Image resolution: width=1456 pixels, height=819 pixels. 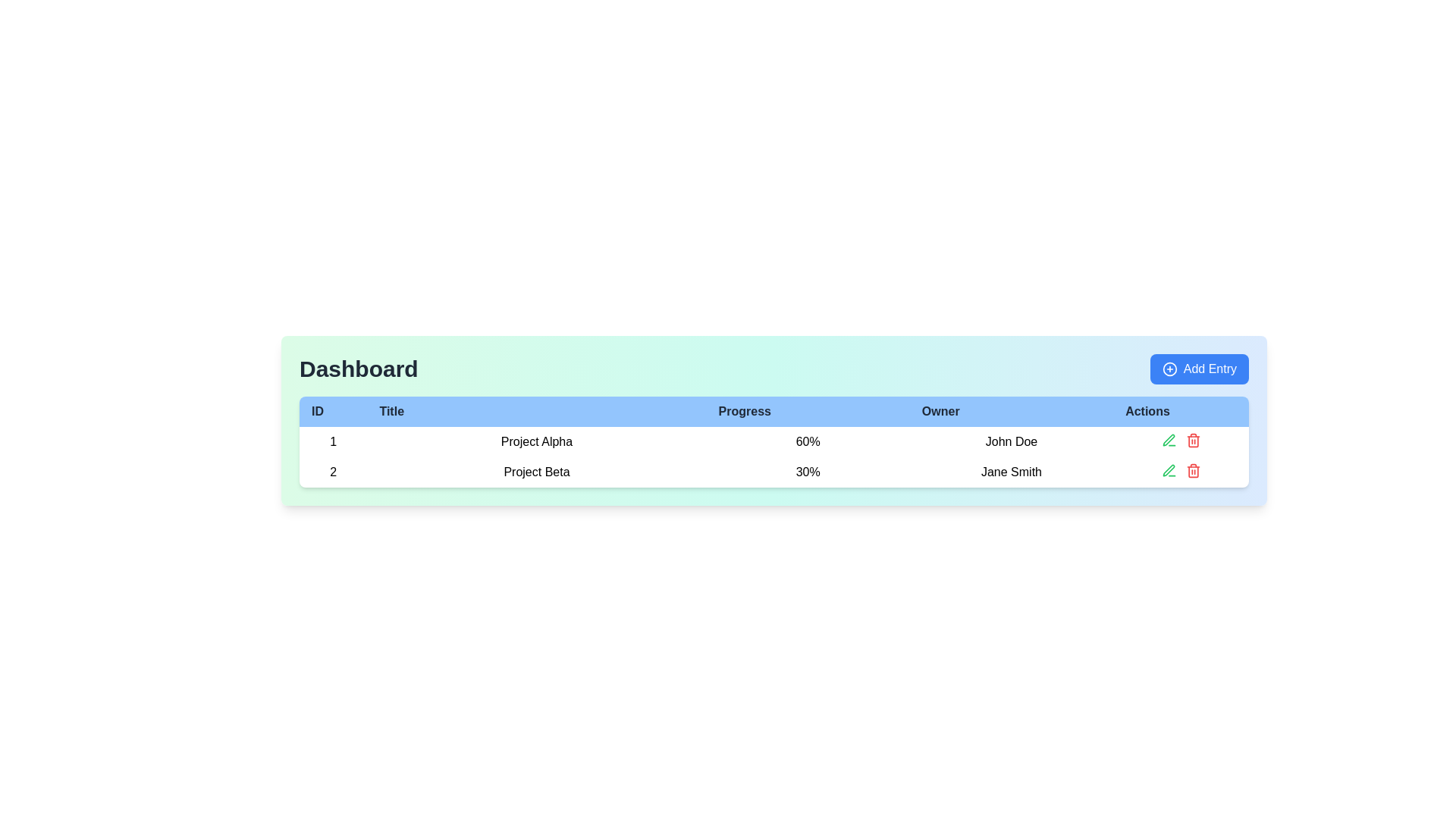 I want to click on the green pen icon in the Actions column of the first row, so click(x=1168, y=441).